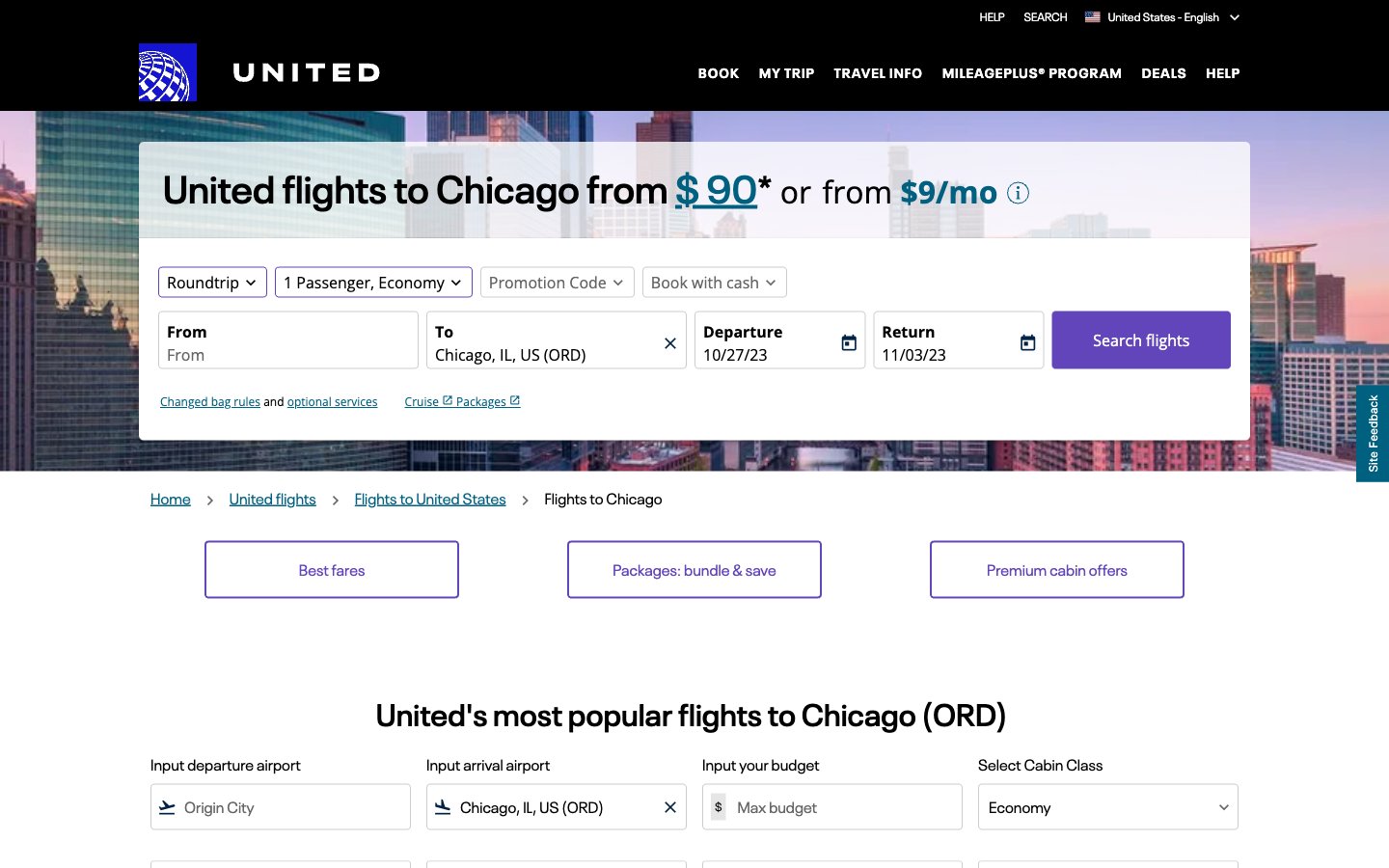  I want to click on Lowest Prices, so click(332, 569).